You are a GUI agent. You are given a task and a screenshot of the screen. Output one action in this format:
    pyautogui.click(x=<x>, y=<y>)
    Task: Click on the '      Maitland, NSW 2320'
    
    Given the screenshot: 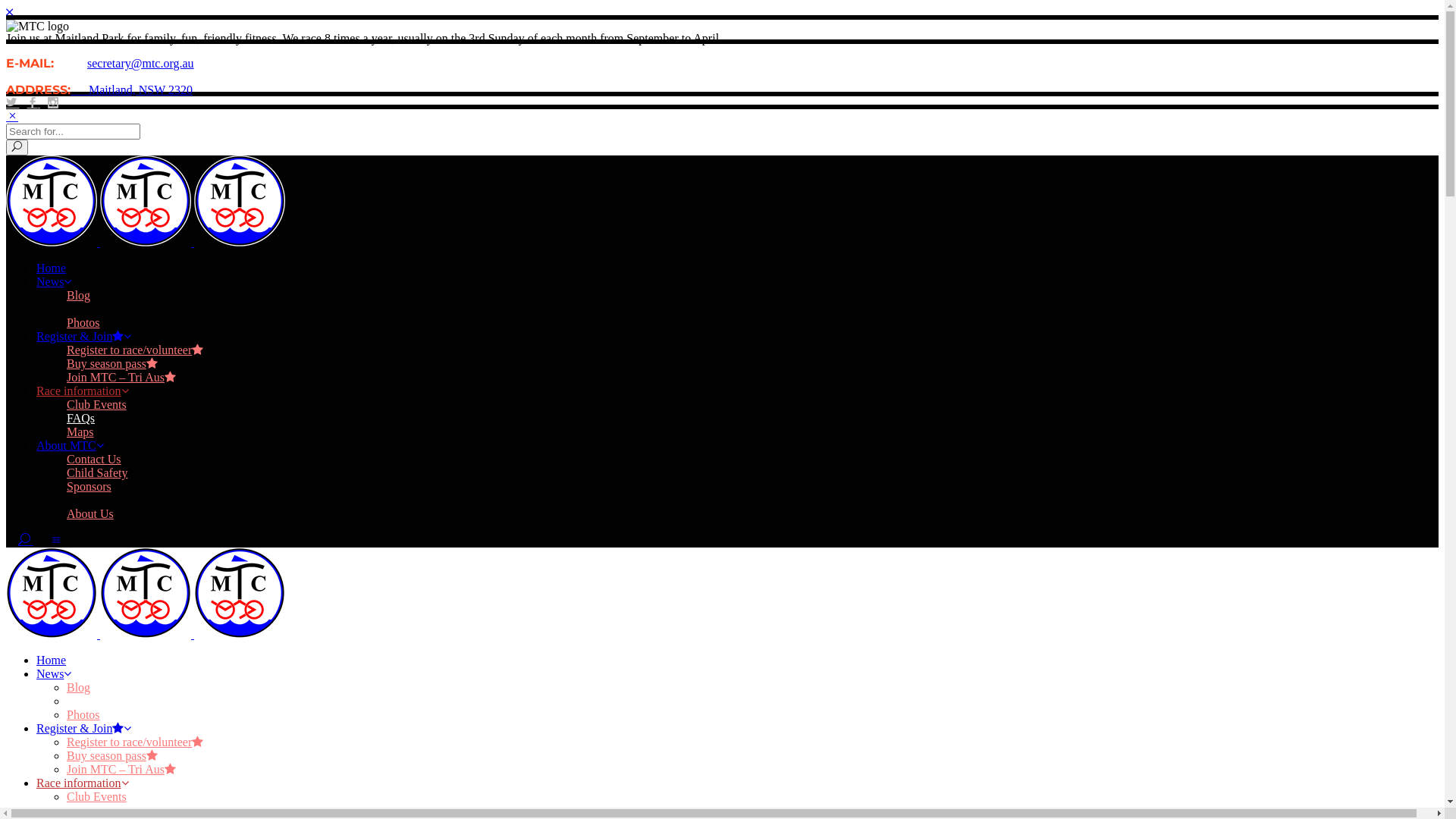 What is the action you would take?
    pyautogui.click(x=131, y=89)
    